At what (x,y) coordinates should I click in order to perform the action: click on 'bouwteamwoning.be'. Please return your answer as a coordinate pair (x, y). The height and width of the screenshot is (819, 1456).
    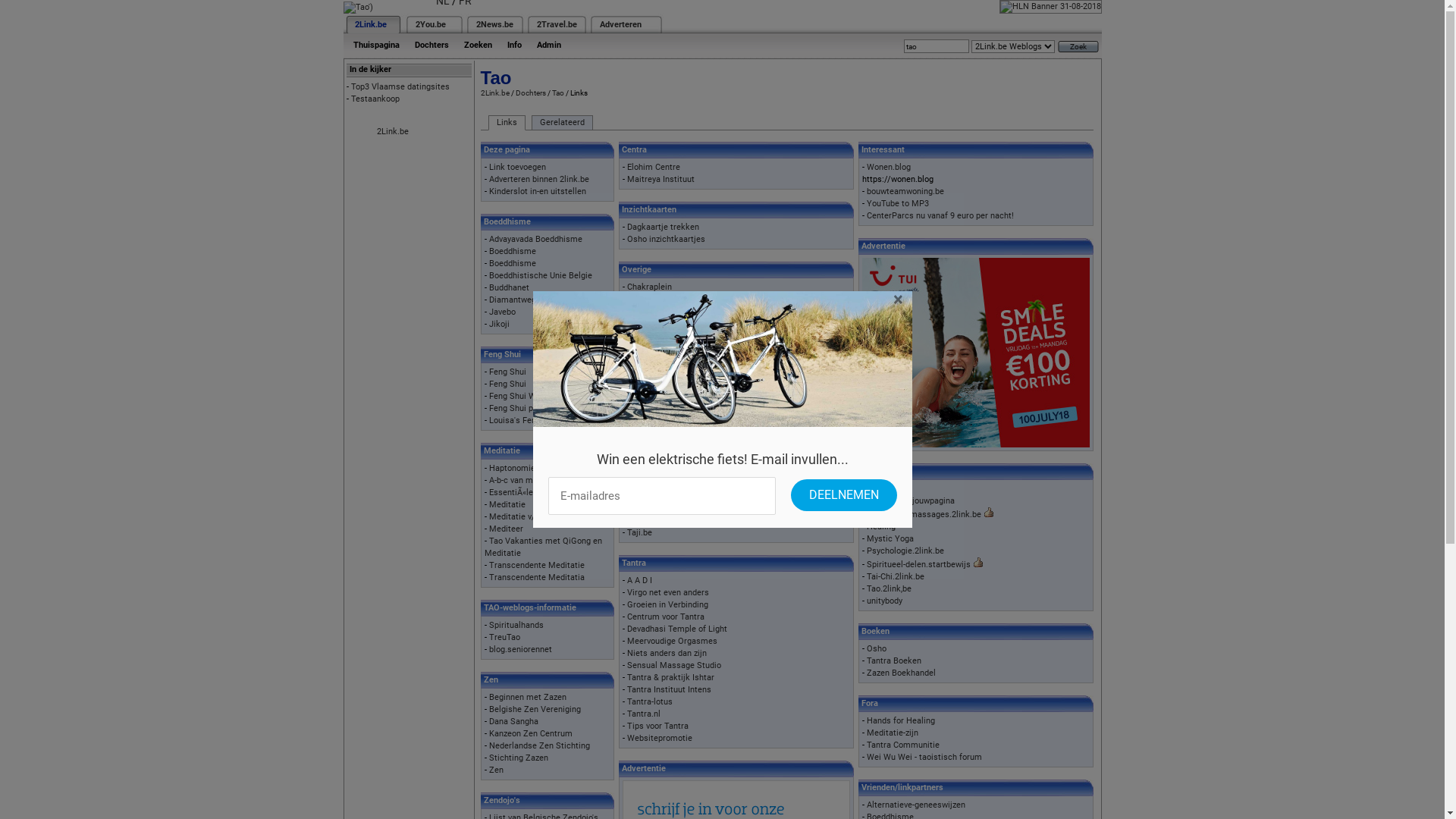
    Looking at the image, I should click on (905, 190).